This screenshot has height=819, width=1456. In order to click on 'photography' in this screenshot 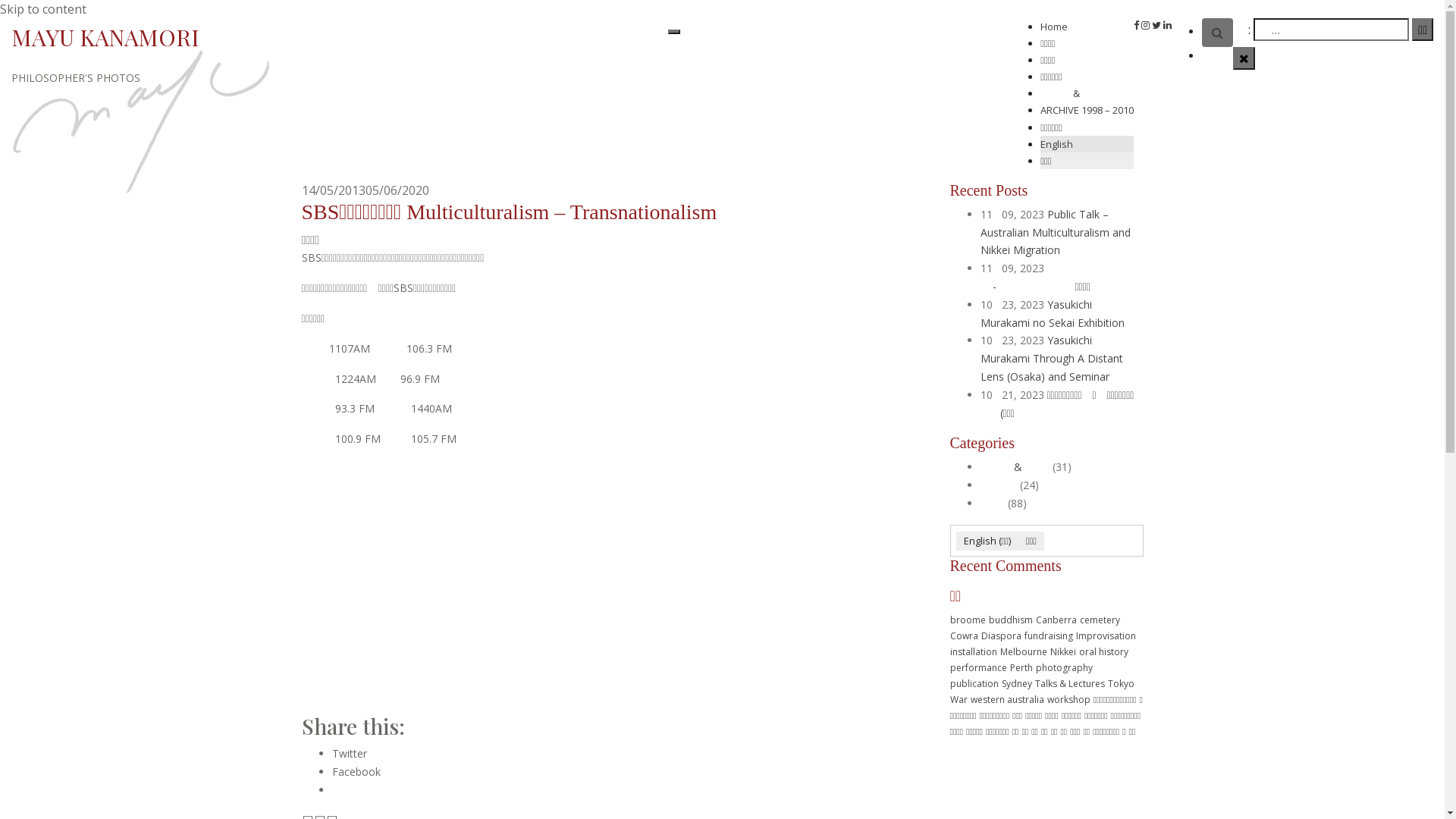, I will do `click(1063, 667)`.